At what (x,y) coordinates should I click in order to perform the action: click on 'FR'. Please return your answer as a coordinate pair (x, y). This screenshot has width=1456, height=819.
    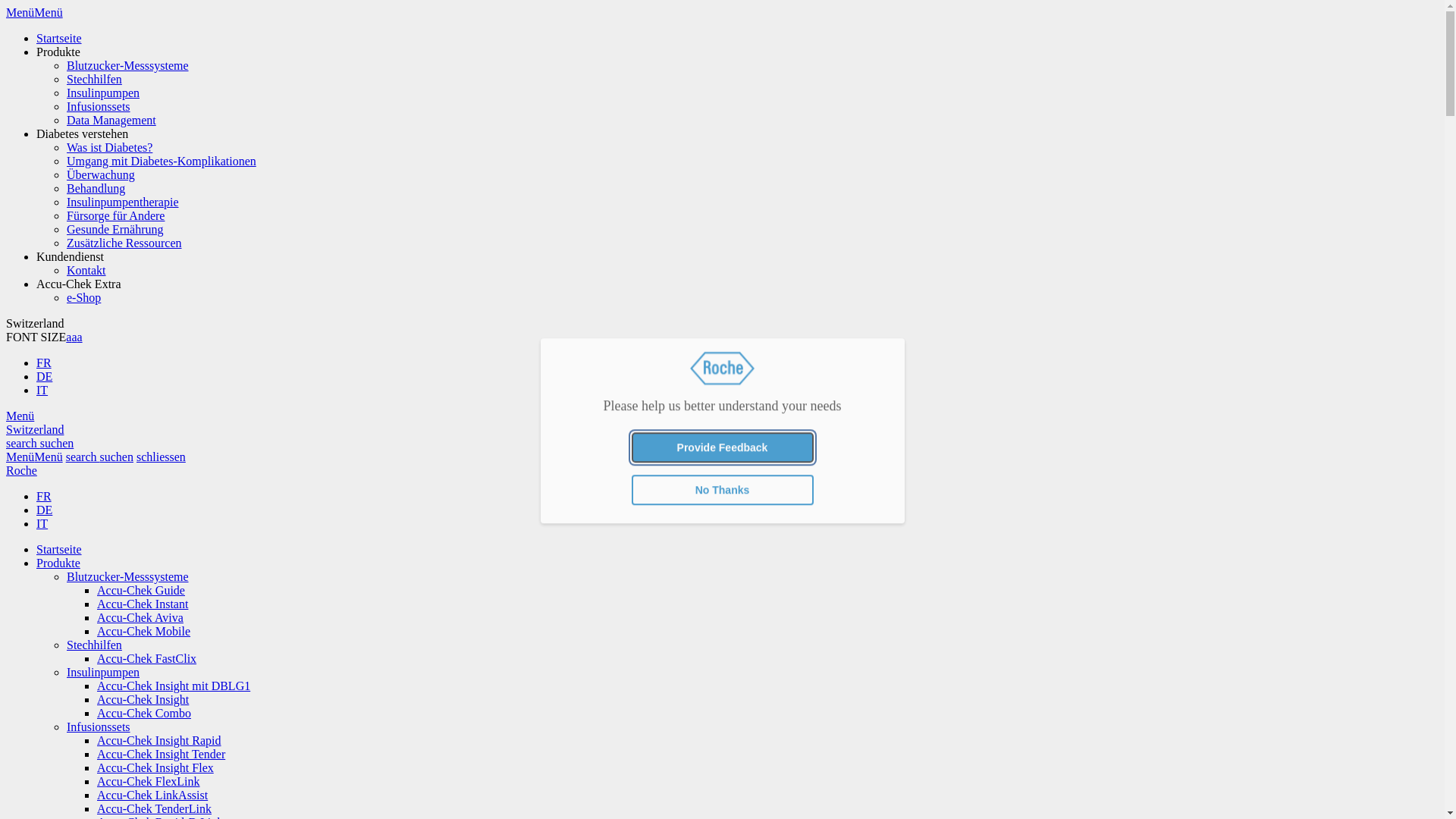
    Looking at the image, I should click on (43, 496).